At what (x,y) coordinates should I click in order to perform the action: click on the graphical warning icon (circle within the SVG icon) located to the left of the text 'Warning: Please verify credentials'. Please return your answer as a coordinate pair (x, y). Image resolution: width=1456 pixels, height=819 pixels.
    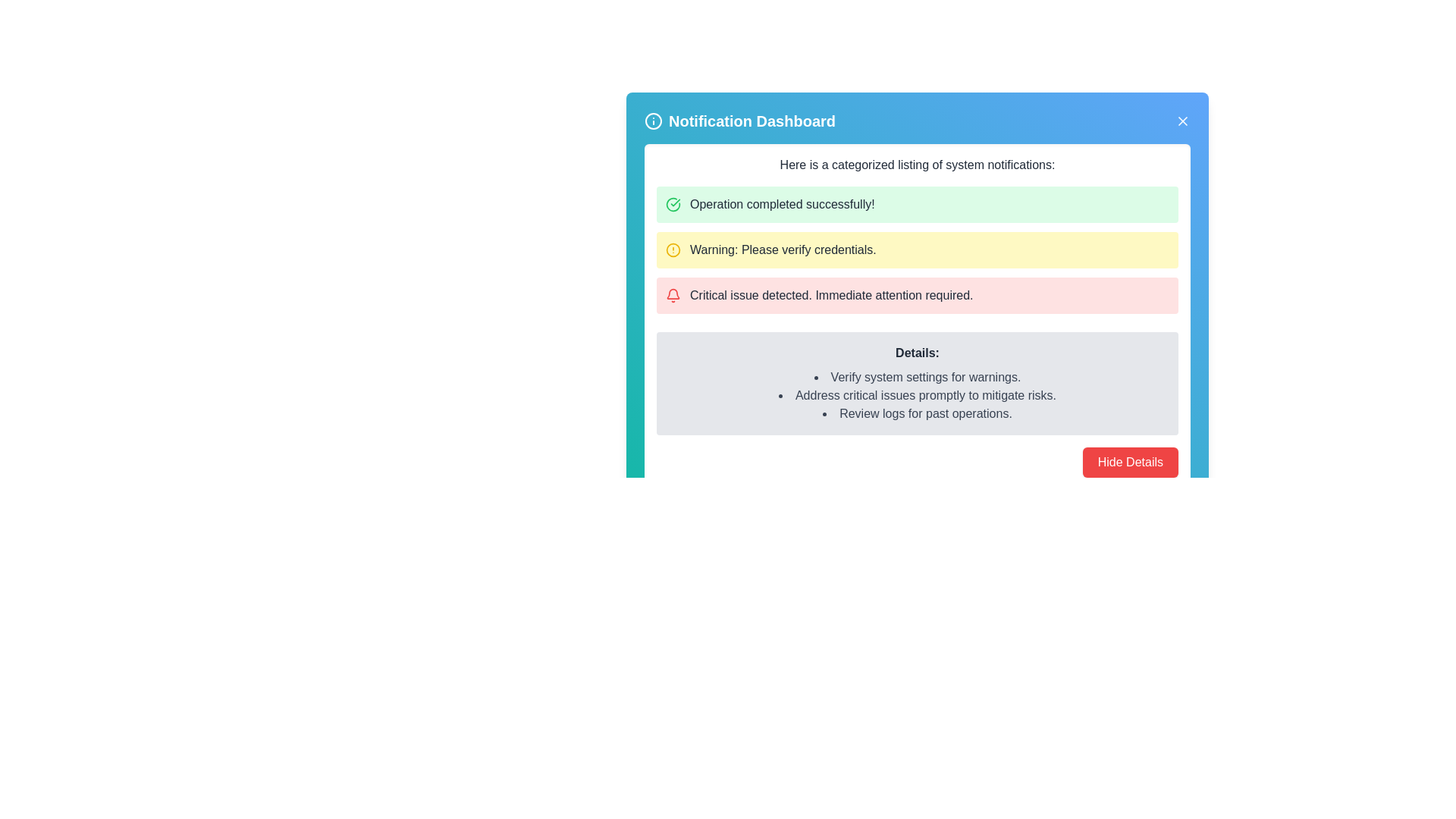
    Looking at the image, I should click on (673, 249).